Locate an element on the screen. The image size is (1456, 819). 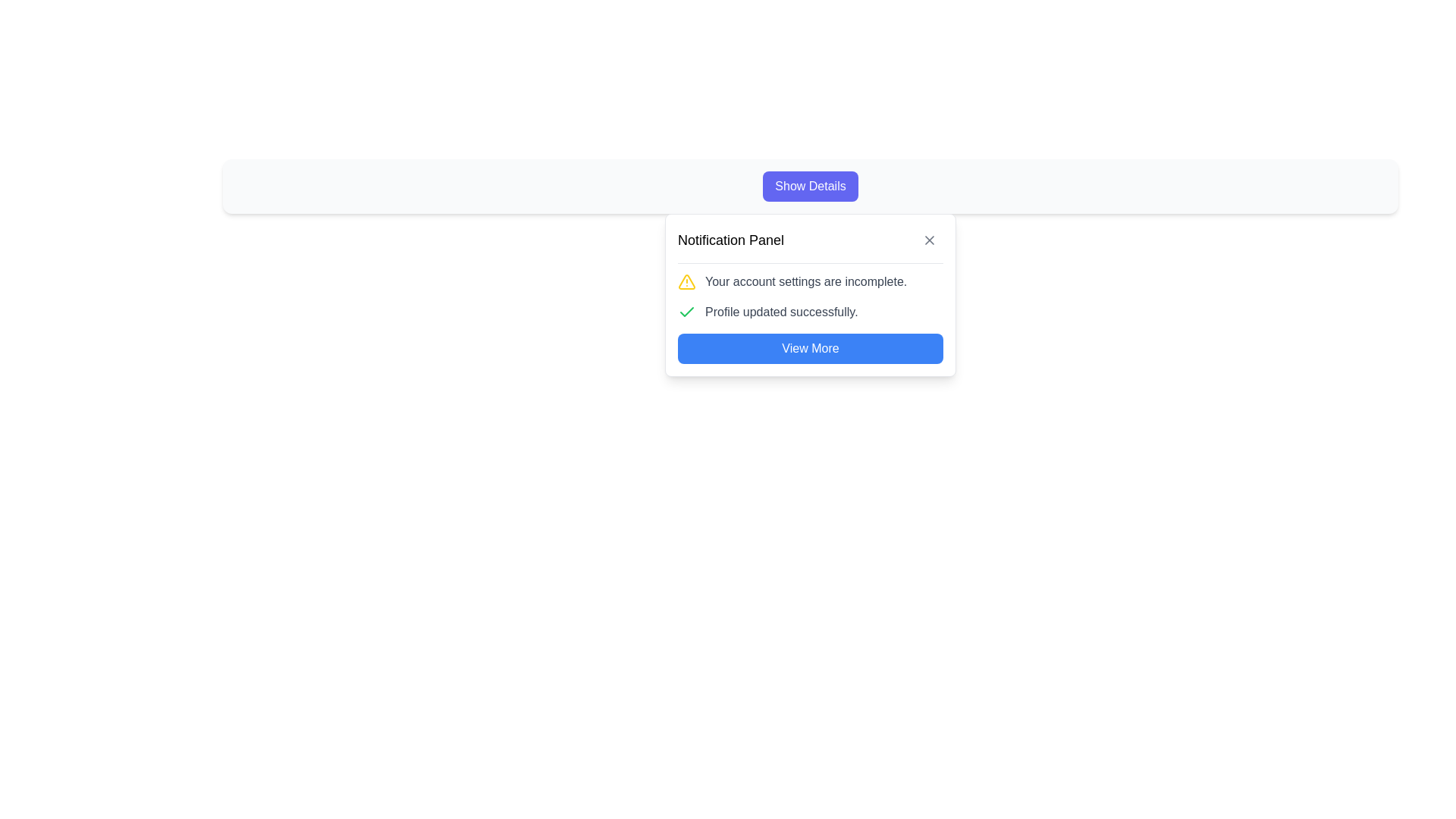
the close icon located in the top-right corner of the notification panel is located at coordinates (928, 239).